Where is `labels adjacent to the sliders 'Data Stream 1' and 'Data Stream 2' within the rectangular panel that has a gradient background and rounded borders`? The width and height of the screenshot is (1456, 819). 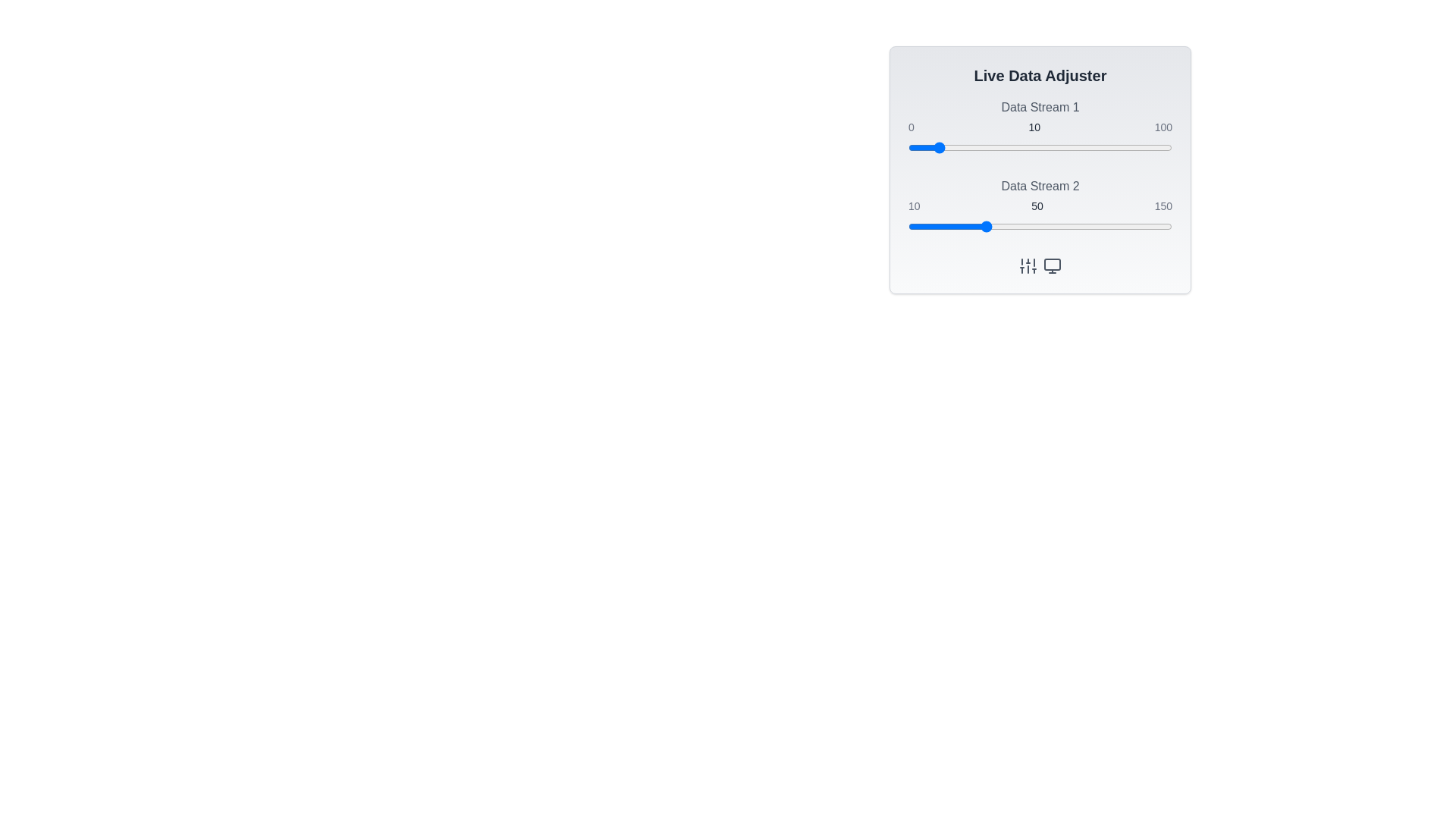 labels adjacent to the sliders 'Data Stream 1' and 'Data Stream 2' within the rectangular panel that has a gradient background and rounded borders is located at coordinates (1040, 169).